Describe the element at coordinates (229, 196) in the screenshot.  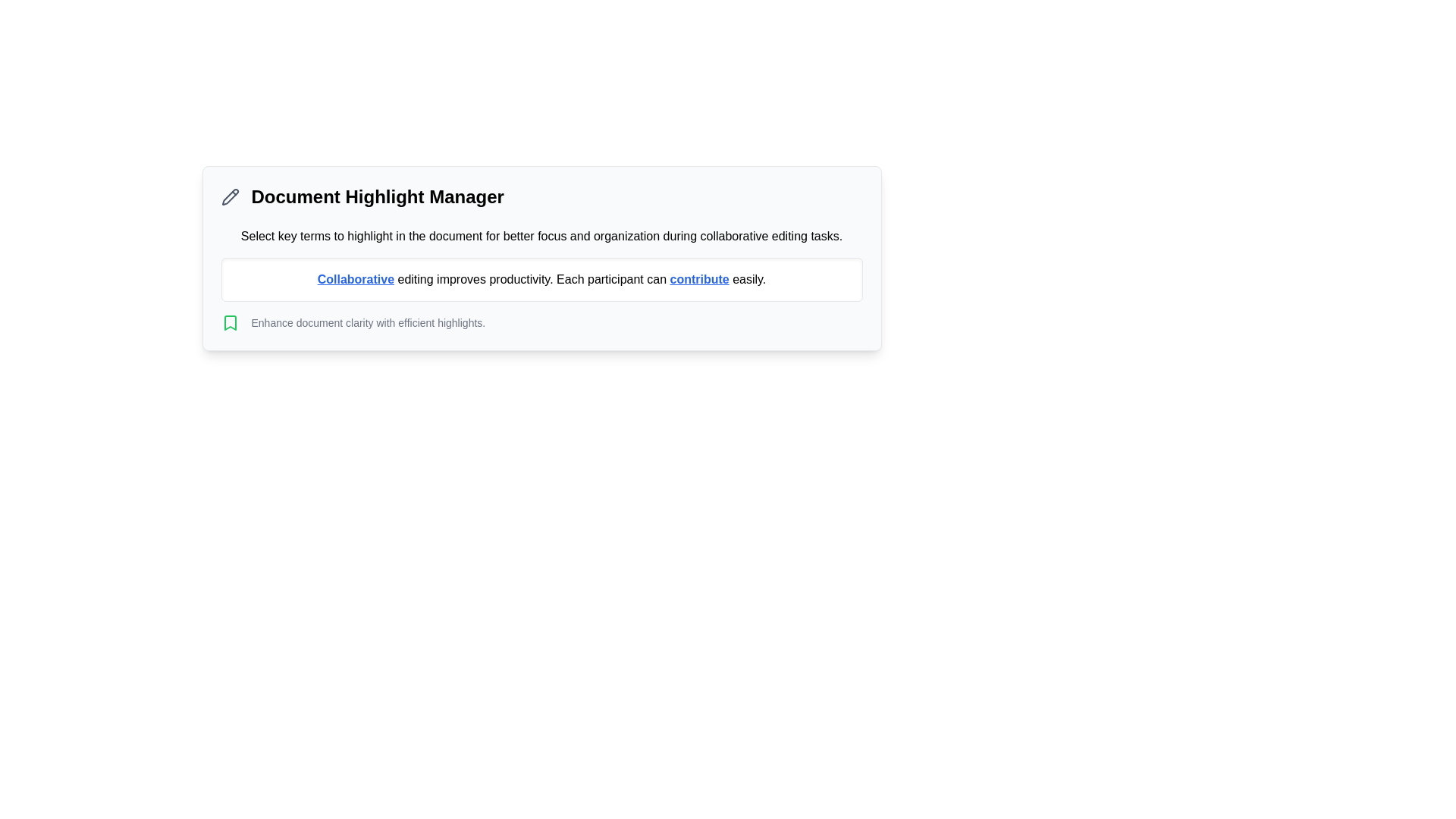
I see `the gray pencil icon styled in SVG, located to the left of the 'Document Highlight Manager' text, for possible action` at that location.